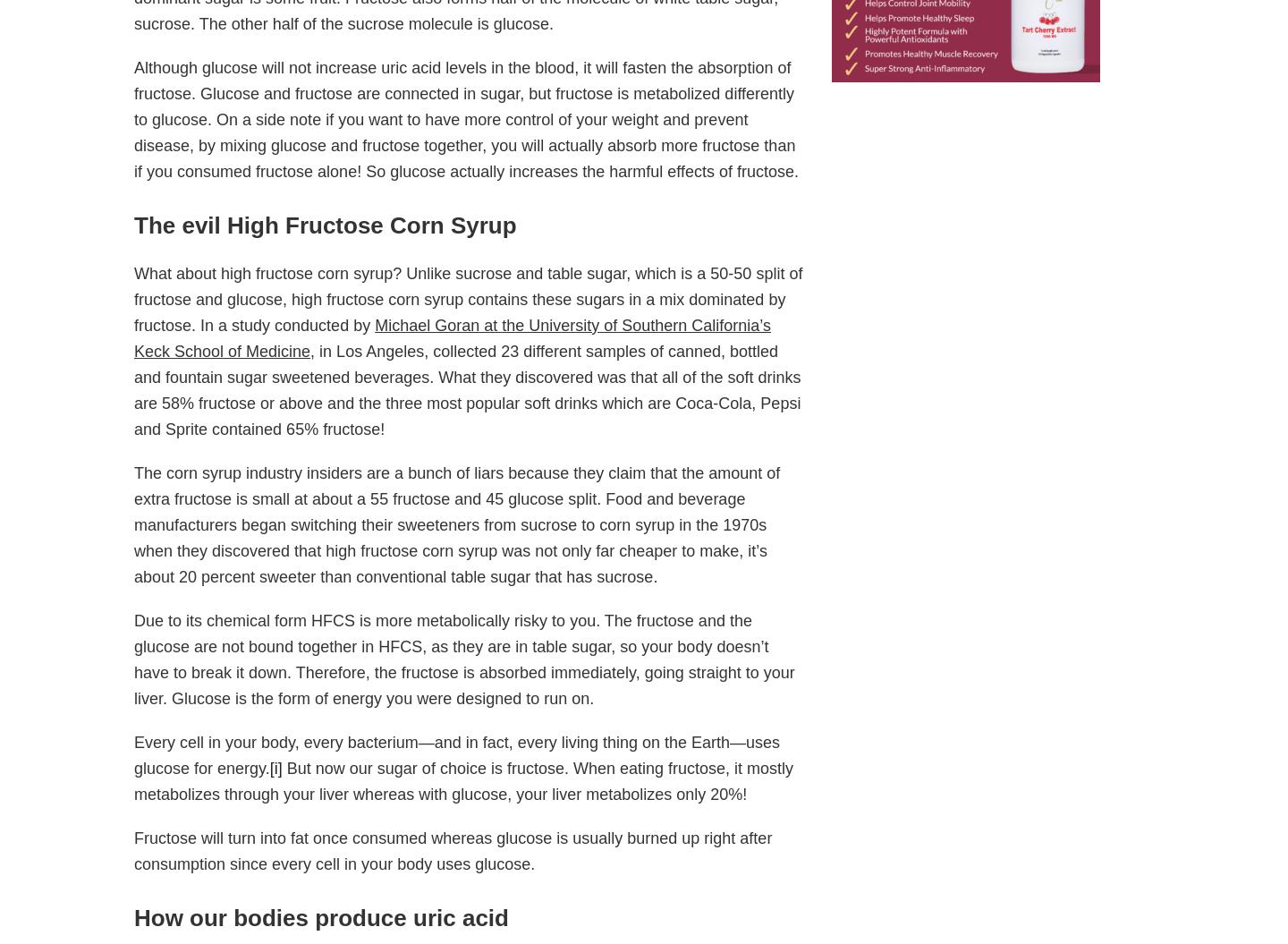 The width and height of the screenshot is (1288, 944). I want to click on 'But now our sugar of choice is fructose. When eating fructose, it mostly metabolizes through your liver whereas with glucose, your liver metabolizes only 20%!', so click(133, 781).